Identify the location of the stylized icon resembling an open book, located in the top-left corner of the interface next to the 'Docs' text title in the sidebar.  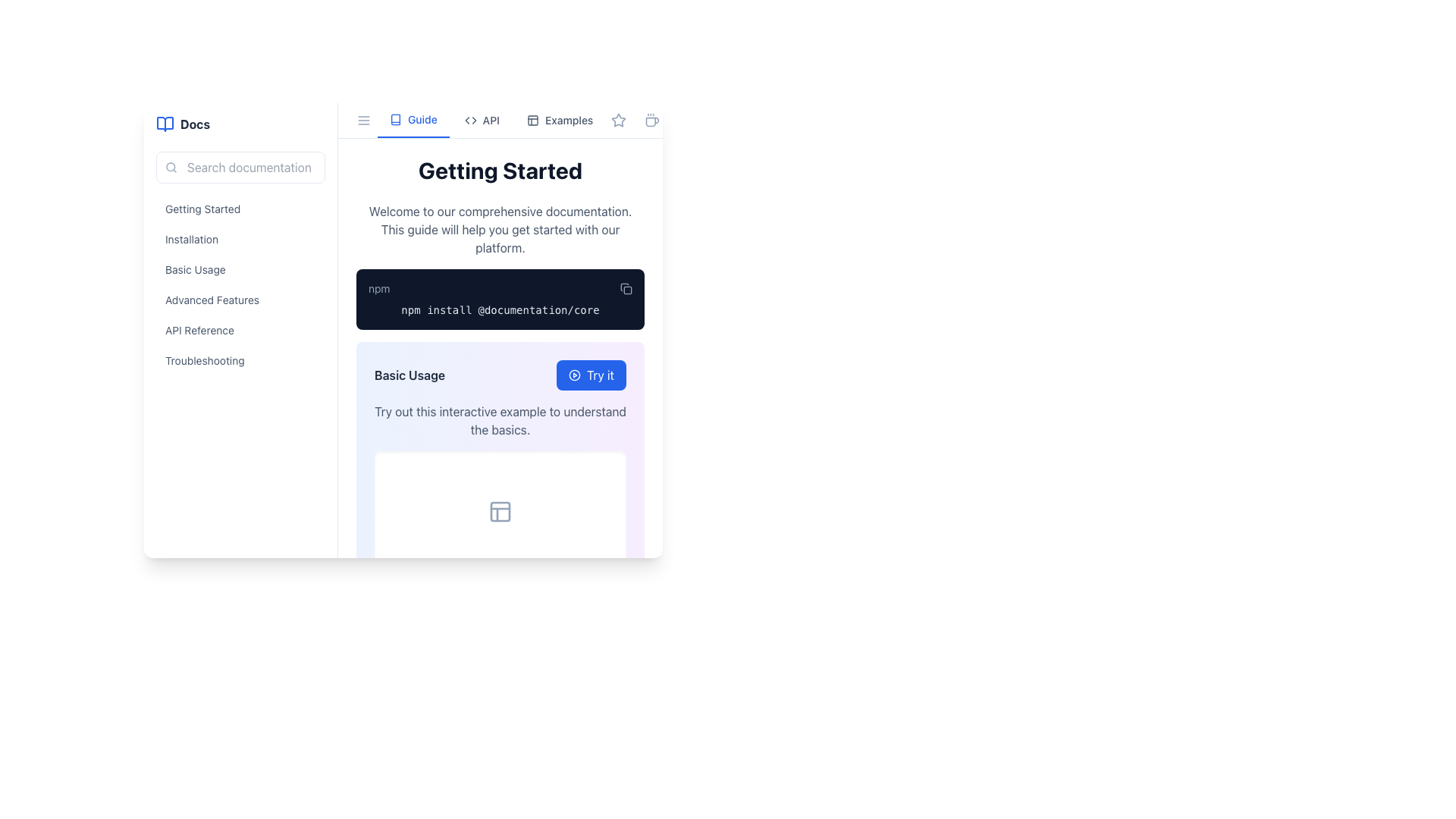
(165, 124).